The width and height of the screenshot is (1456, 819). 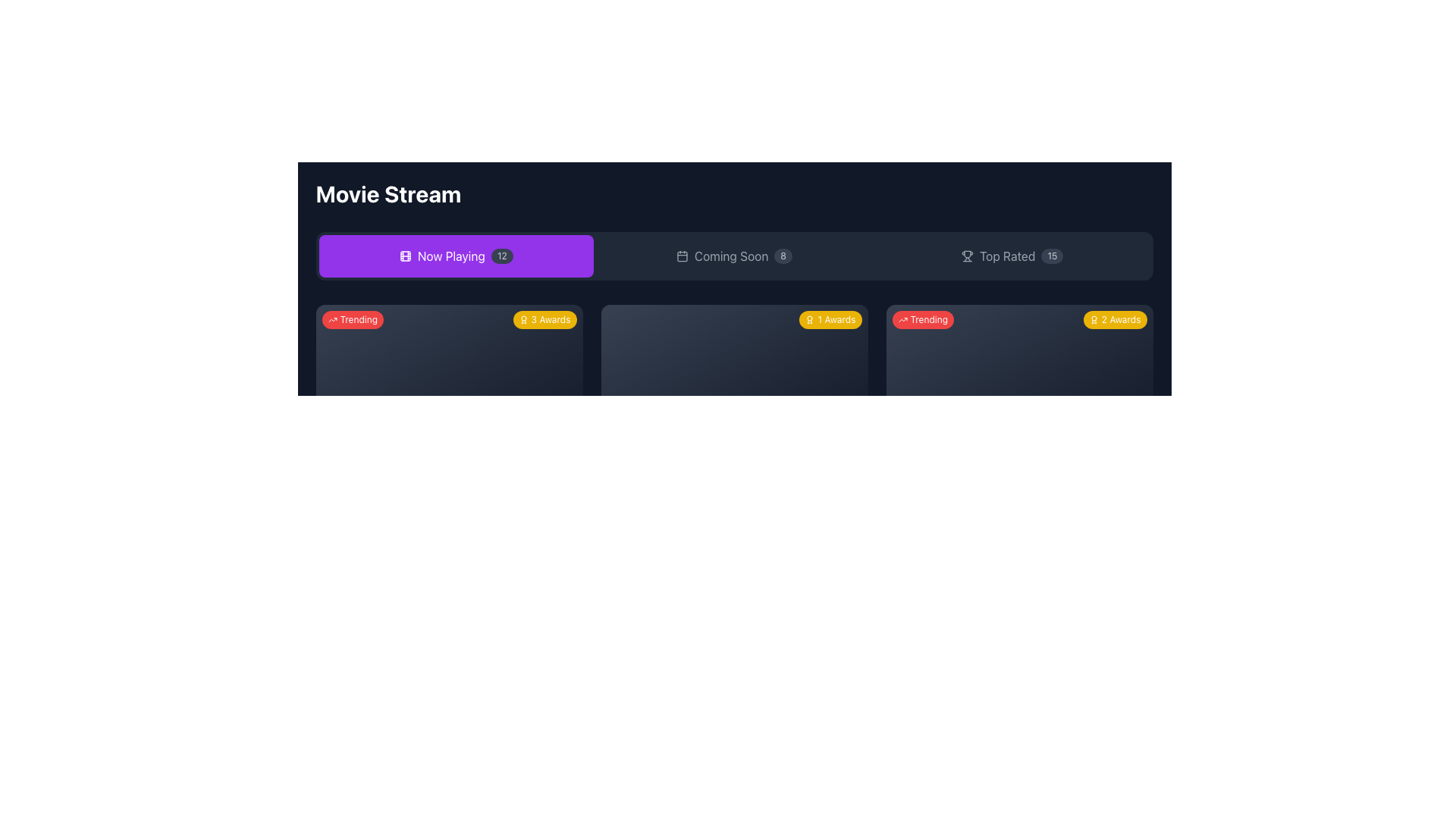 What do you see at coordinates (1051, 256) in the screenshot?
I see `the badge that indicates the count related to the 'Top Rated' label, positioned to the far right of the 'Top Rated' button` at bounding box center [1051, 256].